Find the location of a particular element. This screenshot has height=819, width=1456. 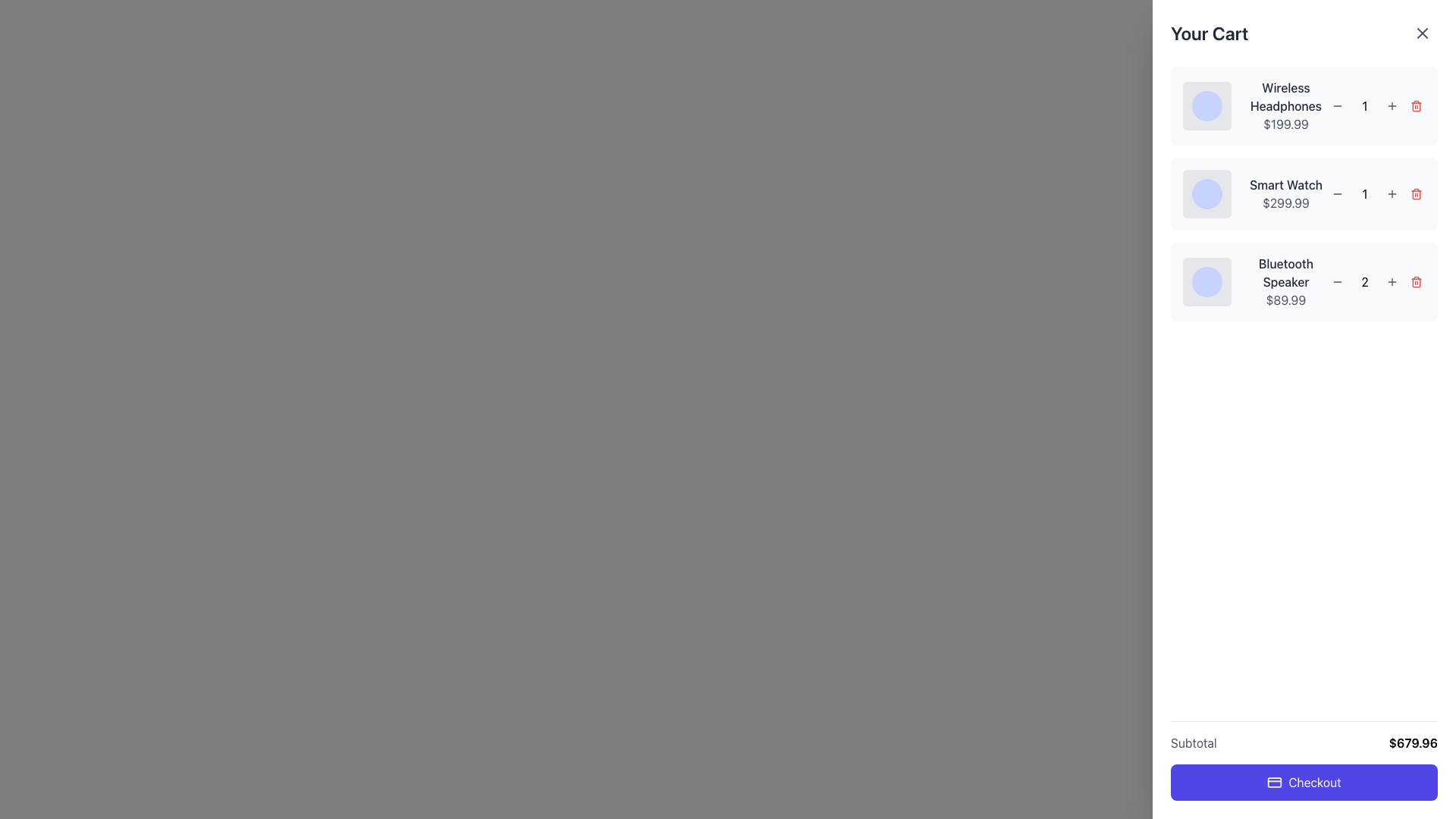

the vibrant indigo 'Checkout' button with white text, located at the bottom right of the panel, to observe its hover styling is located at coordinates (1303, 783).